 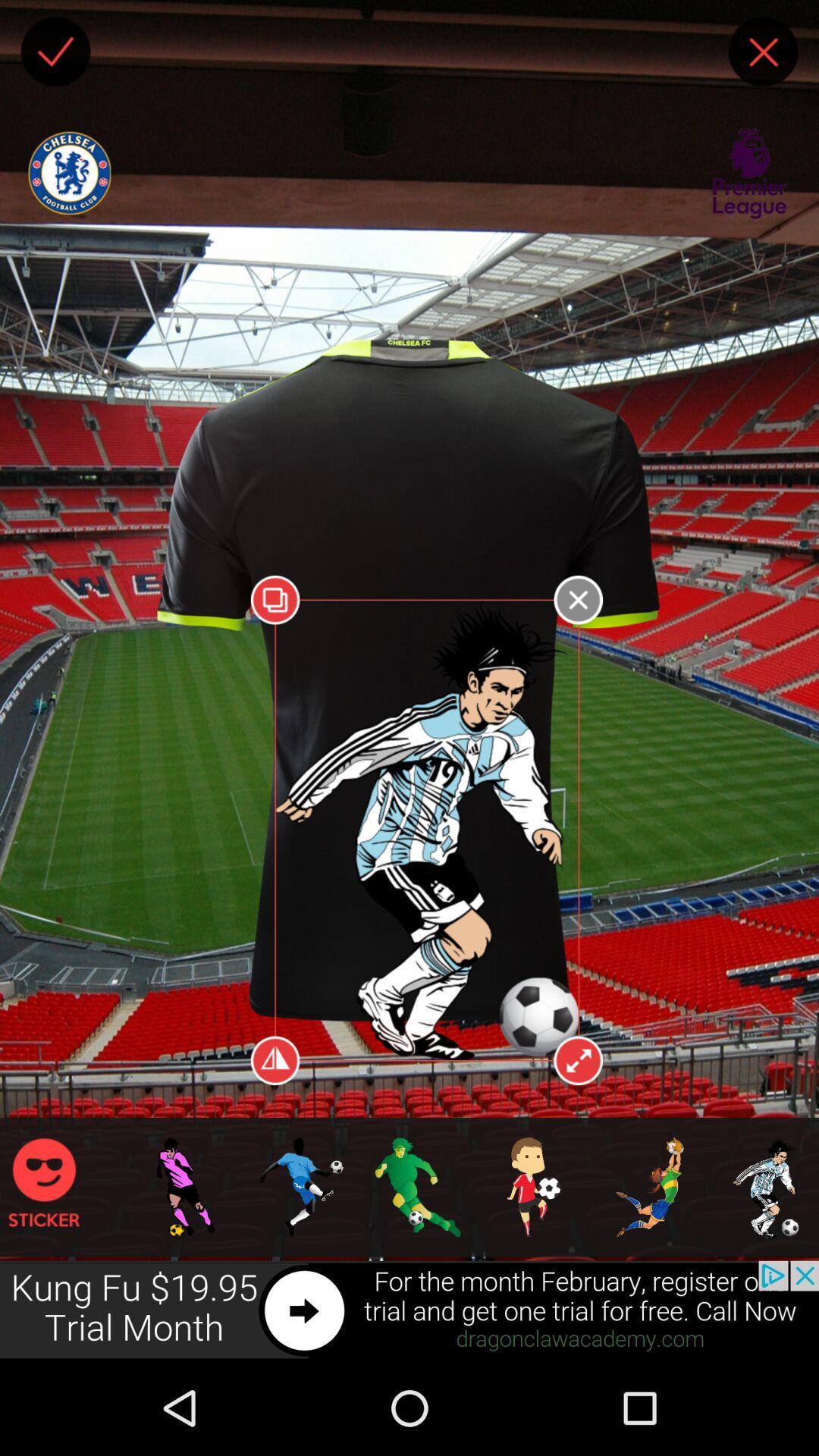 What do you see at coordinates (763, 52) in the screenshot?
I see `this page` at bounding box center [763, 52].